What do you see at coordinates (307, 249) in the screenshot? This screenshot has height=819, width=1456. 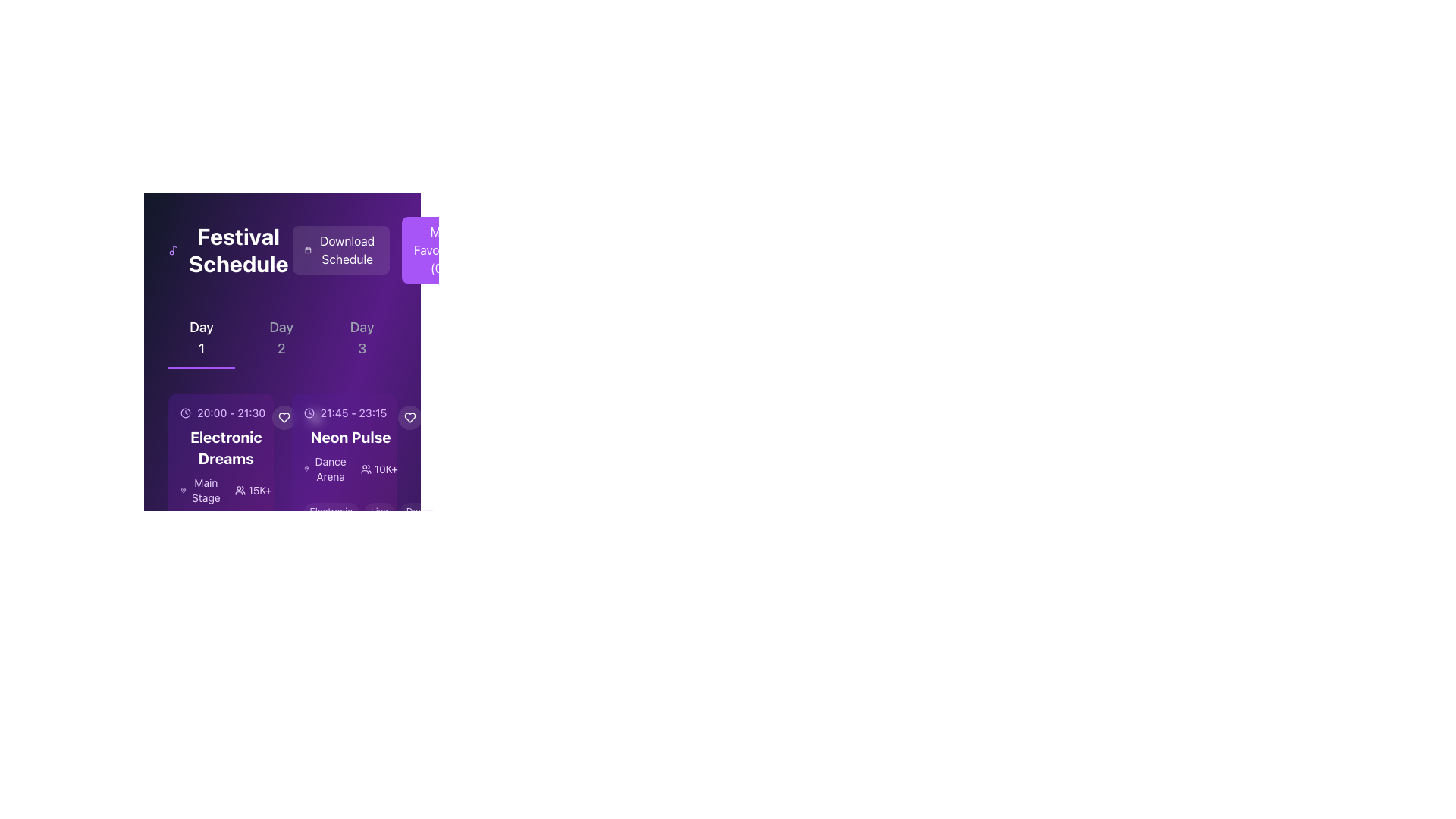 I see `the icon (SVG) located within the 'Download Schedule' button` at bounding box center [307, 249].